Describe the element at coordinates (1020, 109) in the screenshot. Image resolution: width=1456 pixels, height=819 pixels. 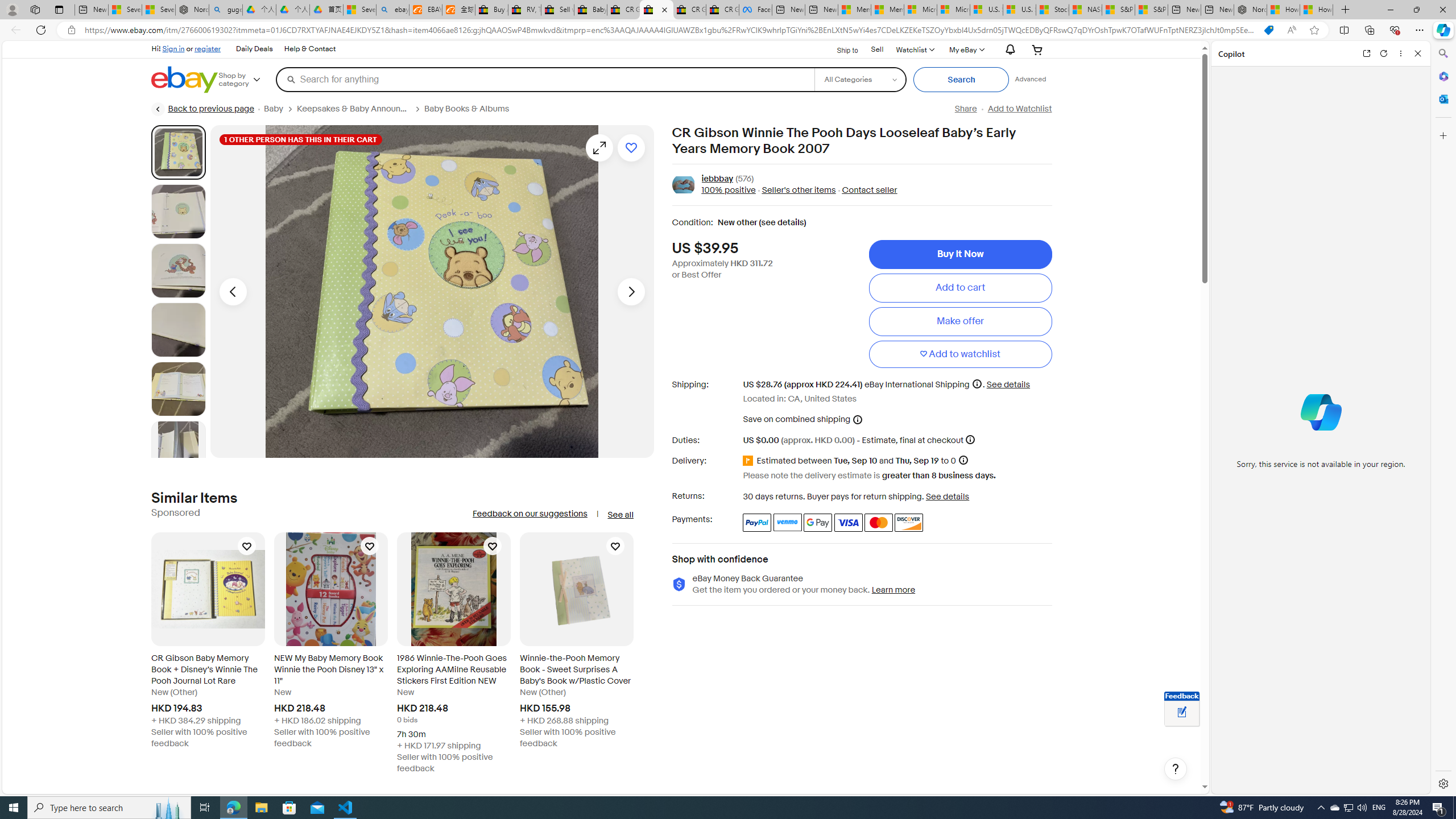
I see `'Add to Watchlist'` at that location.